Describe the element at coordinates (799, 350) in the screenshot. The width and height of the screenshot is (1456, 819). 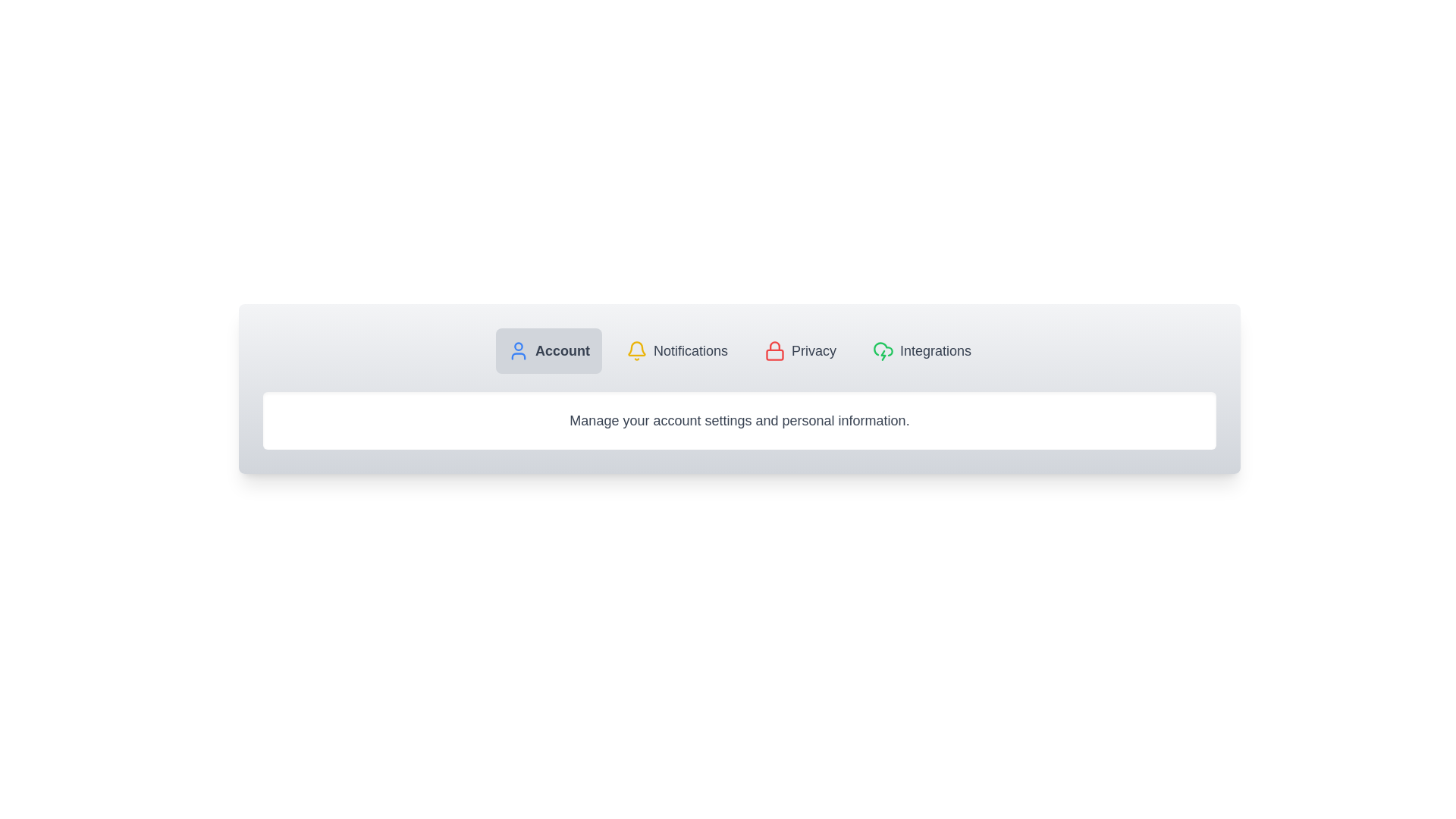
I see `the 'Privacy' button` at that location.